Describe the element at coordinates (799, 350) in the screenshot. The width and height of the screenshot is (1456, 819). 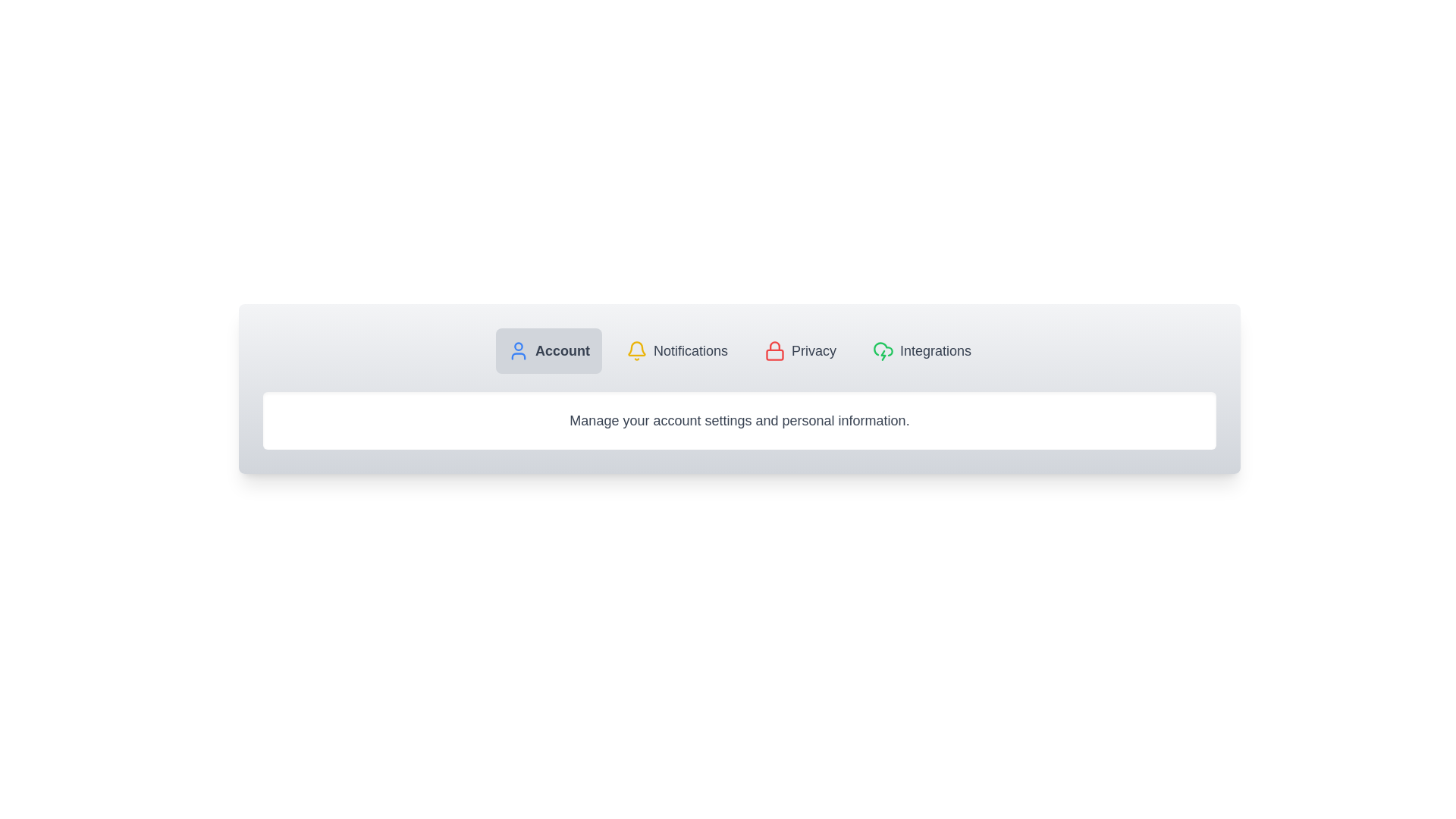
I see `the 'Privacy' button` at that location.